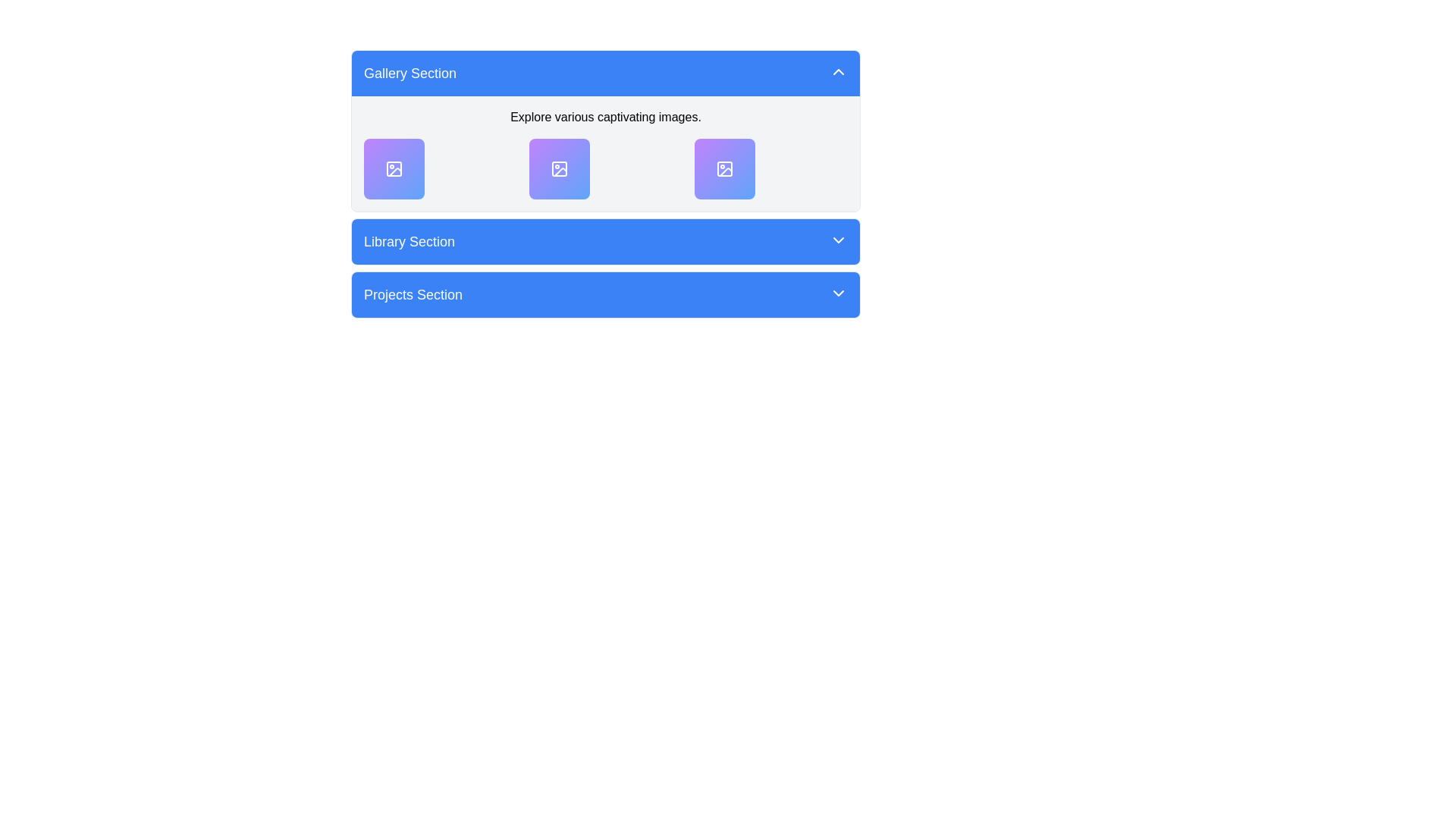  Describe the element at coordinates (837, 293) in the screenshot. I see `the downward-facing chevron icon displayed in a blue button, located on the right edge of the 'Projects Section' bar` at that location.